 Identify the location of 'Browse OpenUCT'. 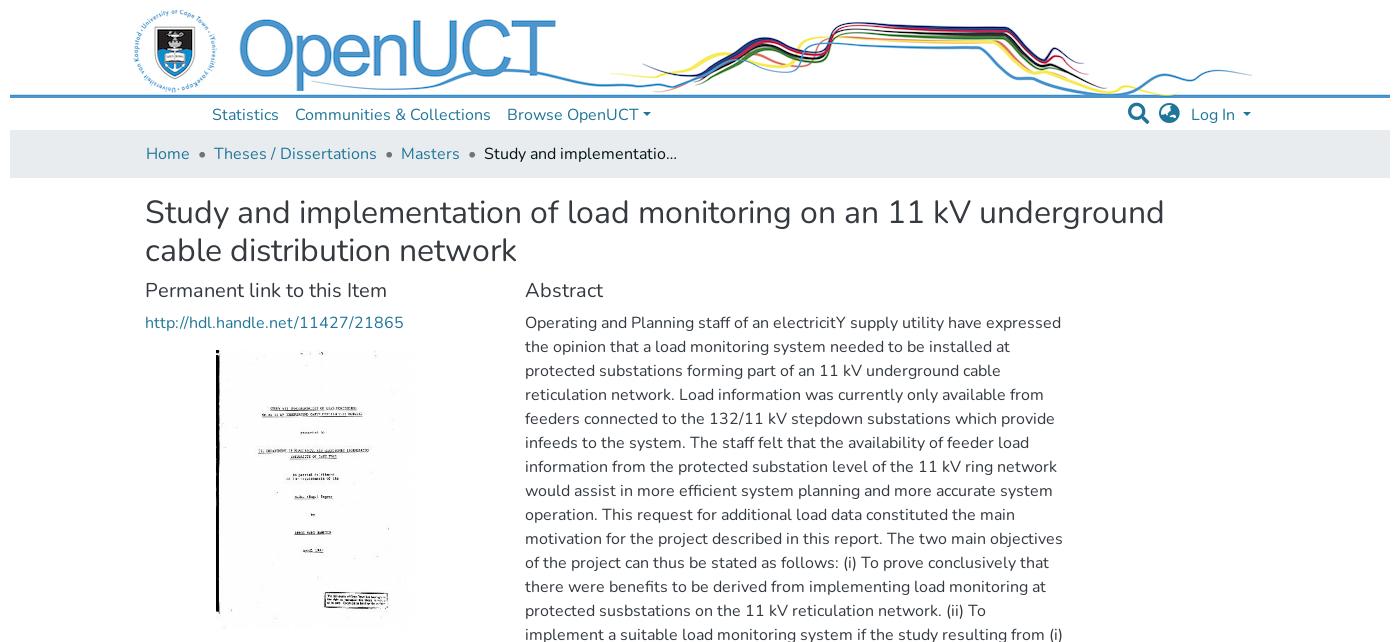
(572, 114).